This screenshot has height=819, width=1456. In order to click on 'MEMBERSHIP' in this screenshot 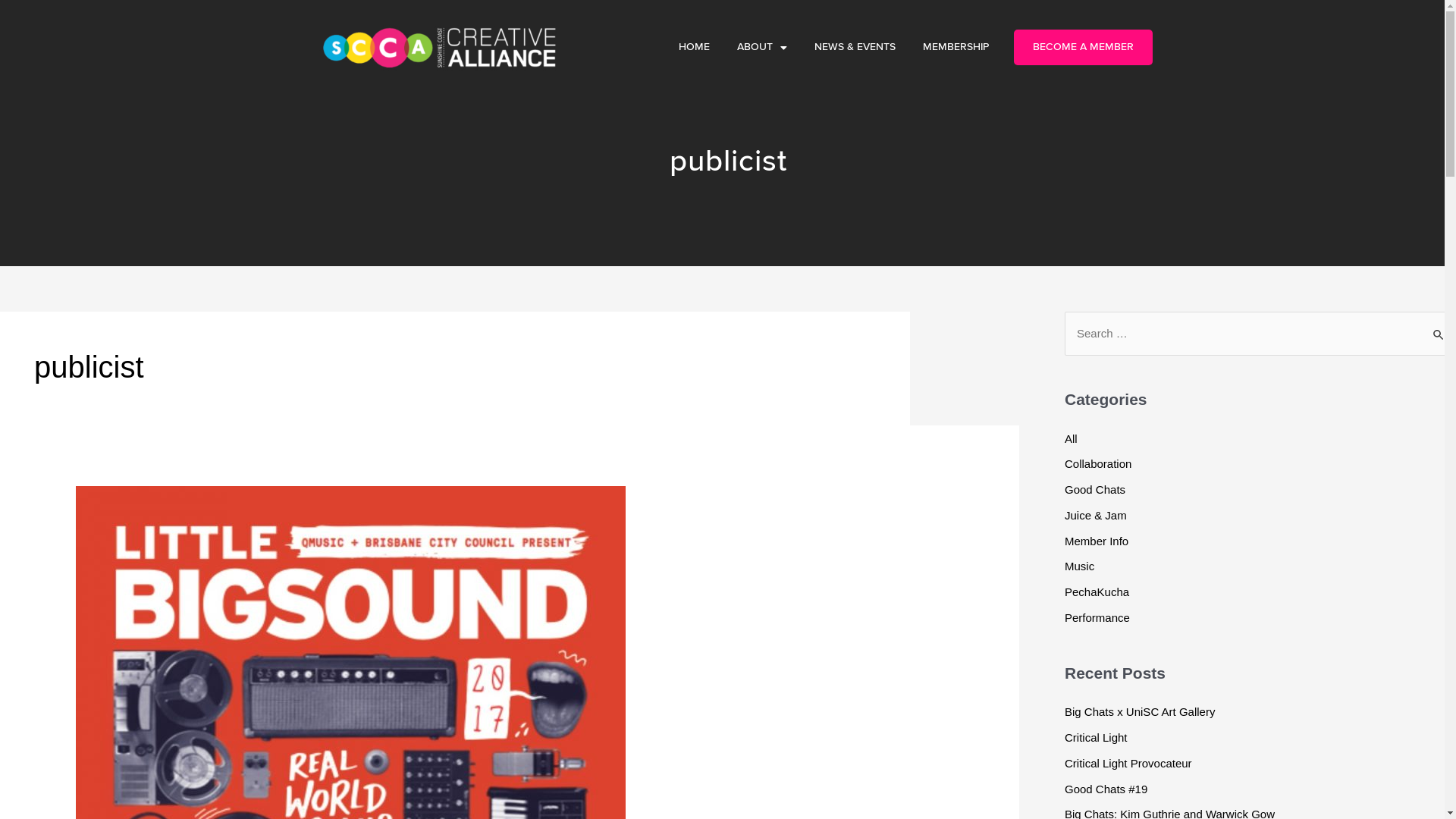, I will do `click(909, 46)`.